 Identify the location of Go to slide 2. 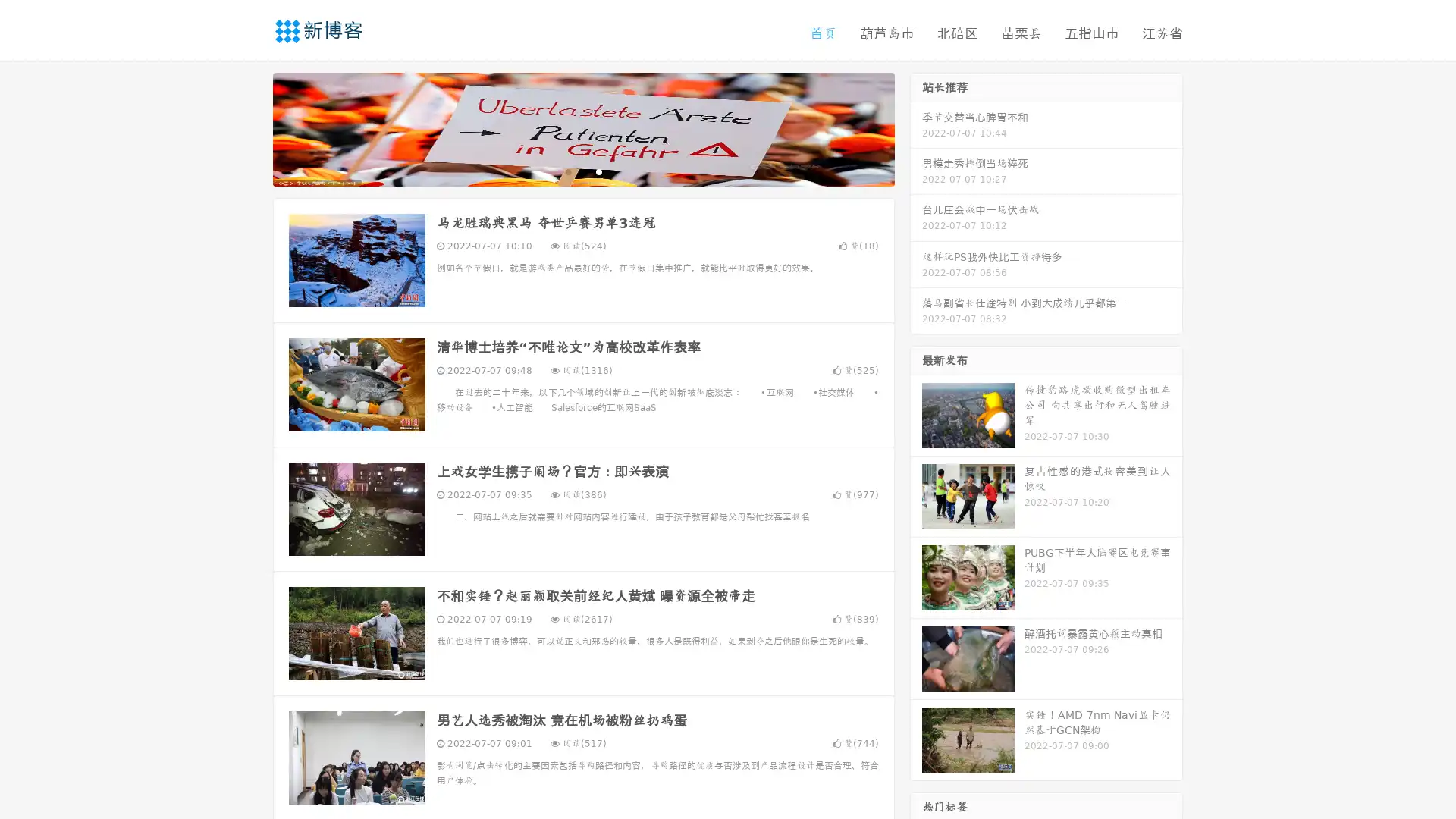
(582, 171).